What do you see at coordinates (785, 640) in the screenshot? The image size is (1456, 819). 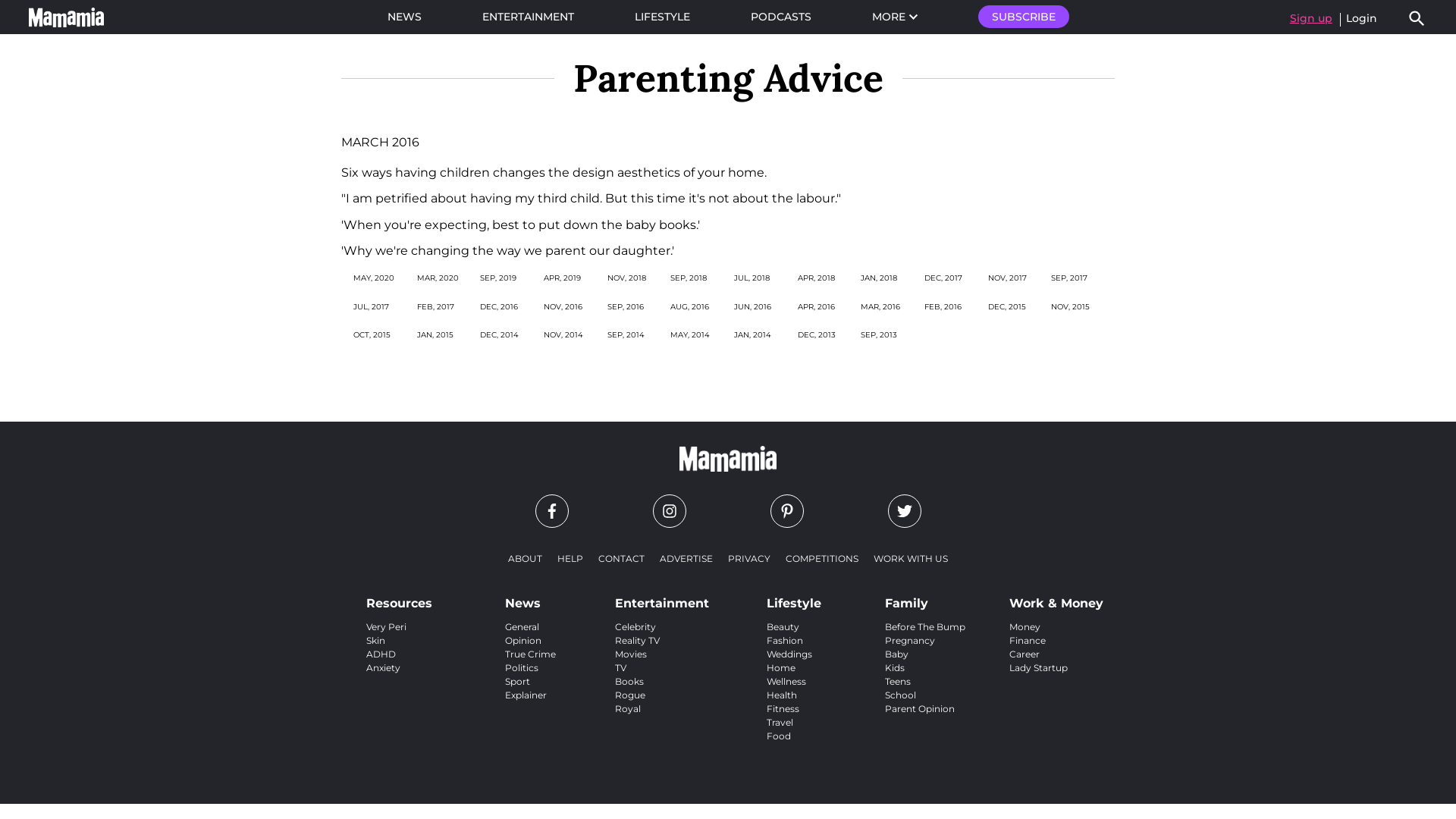 I see `'Fashion'` at bounding box center [785, 640].